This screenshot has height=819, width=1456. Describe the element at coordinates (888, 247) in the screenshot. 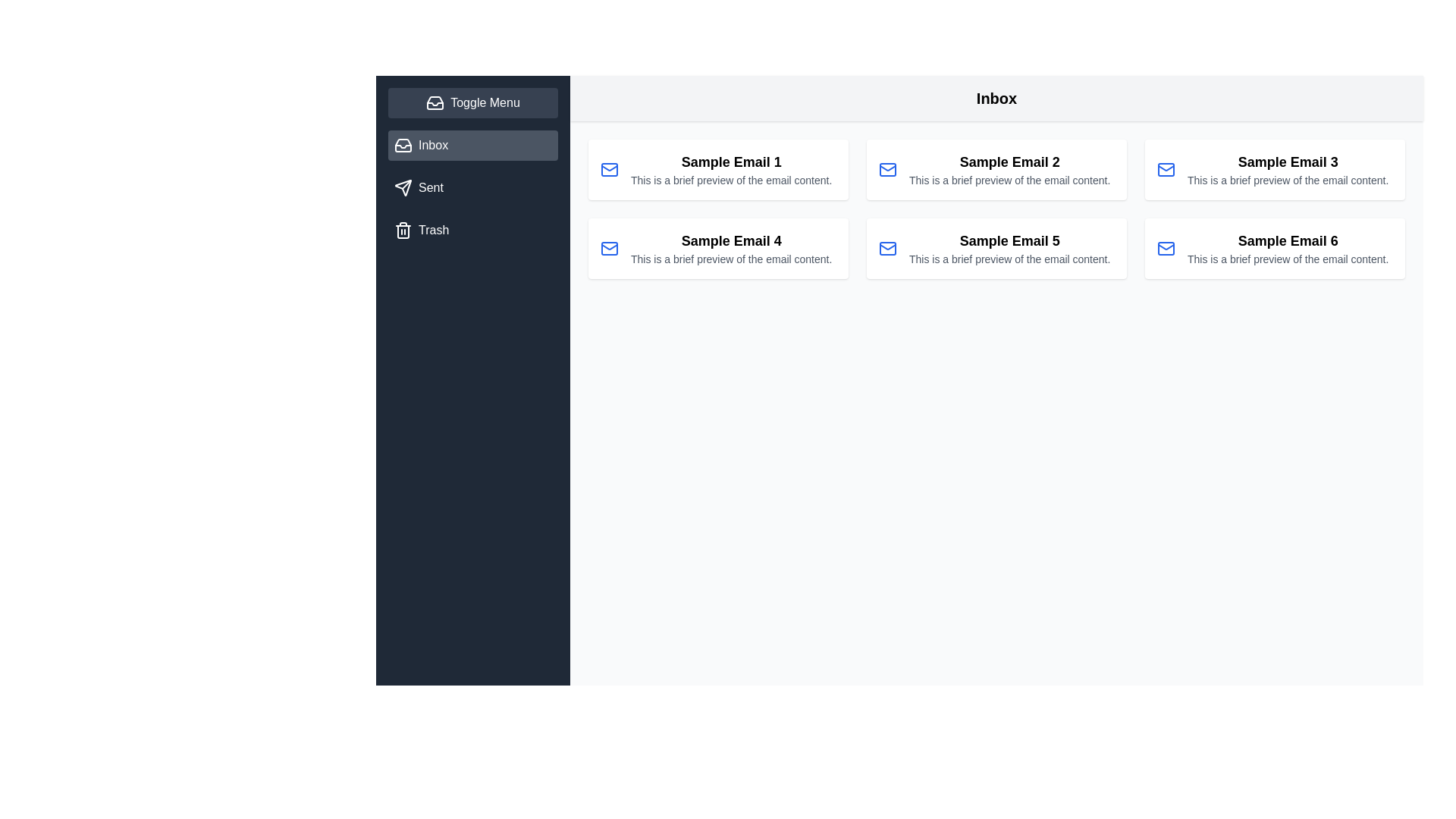

I see `the decorative shape within the envelope icon of the 'Sample Email 5' card in the 'Inbox' grid layout` at that location.